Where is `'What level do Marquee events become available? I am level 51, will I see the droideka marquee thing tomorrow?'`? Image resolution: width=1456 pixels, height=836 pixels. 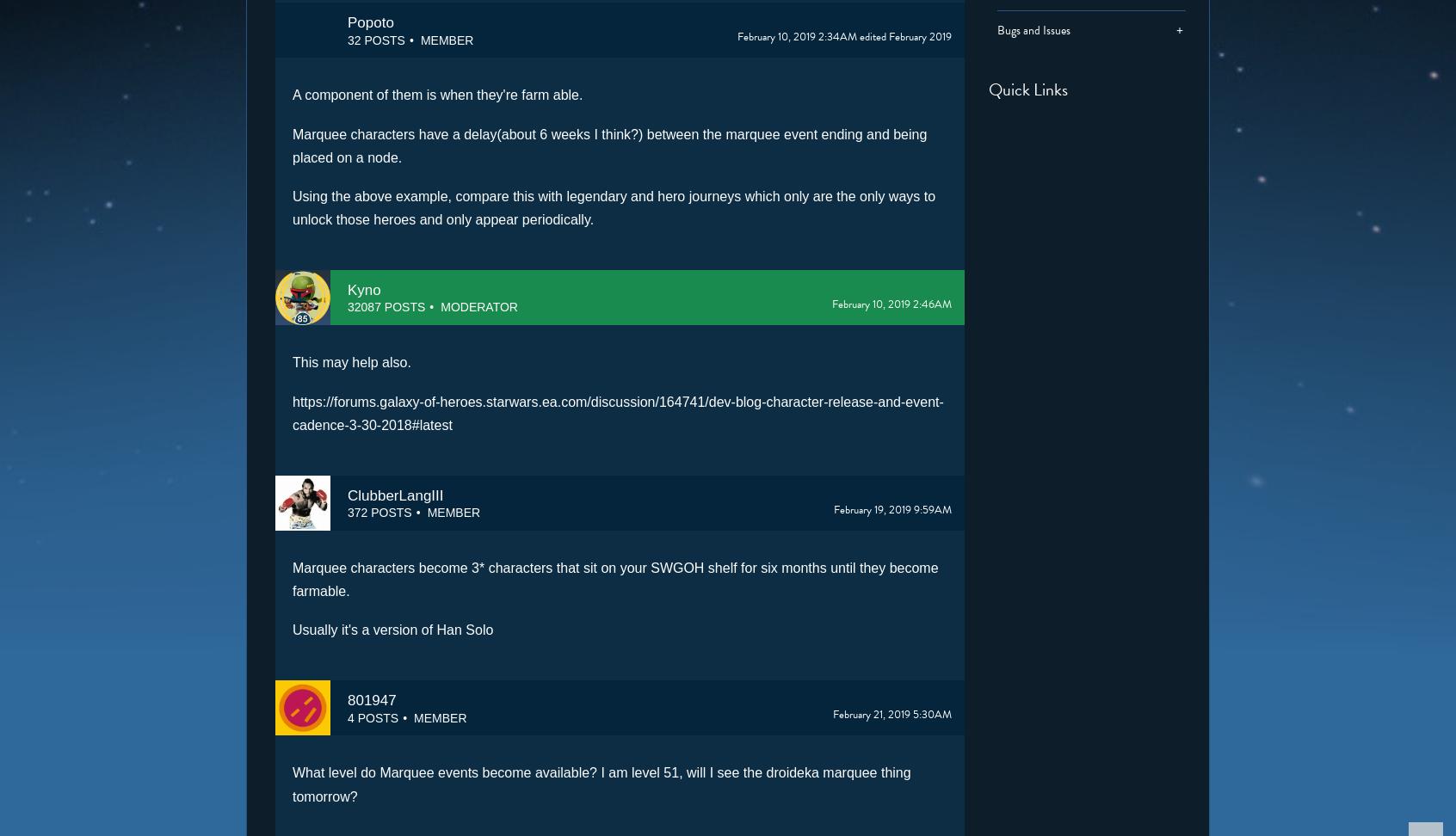
'What level do Marquee events become available? I am level 51, will I see the droideka marquee thing tomorrow?' is located at coordinates (601, 784).